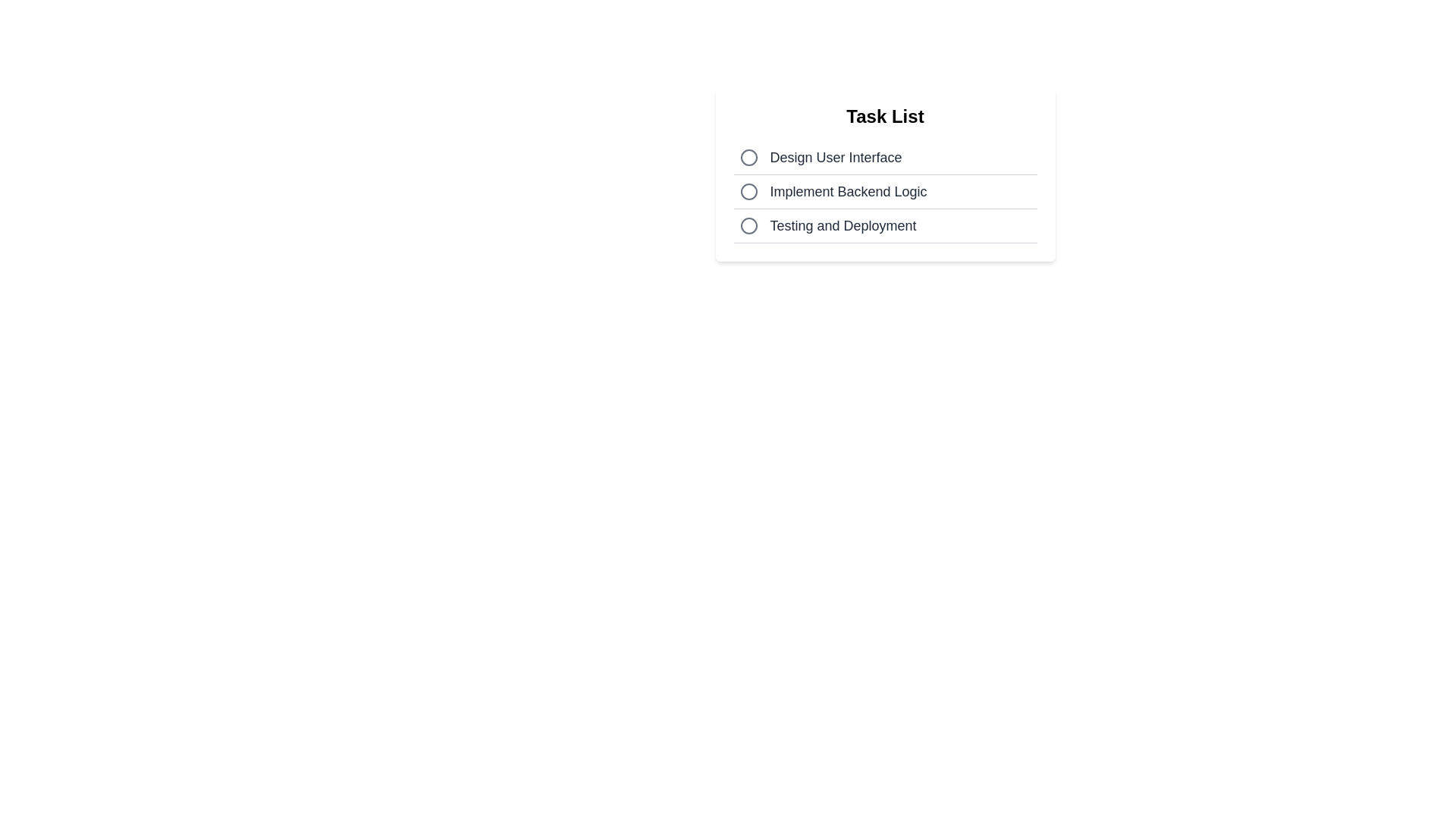 The height and width of the screenshot is (819, 1456). I want to click on the center circle of the checkbox for the task item 'Implement Backend Logic', so click(748, 191).